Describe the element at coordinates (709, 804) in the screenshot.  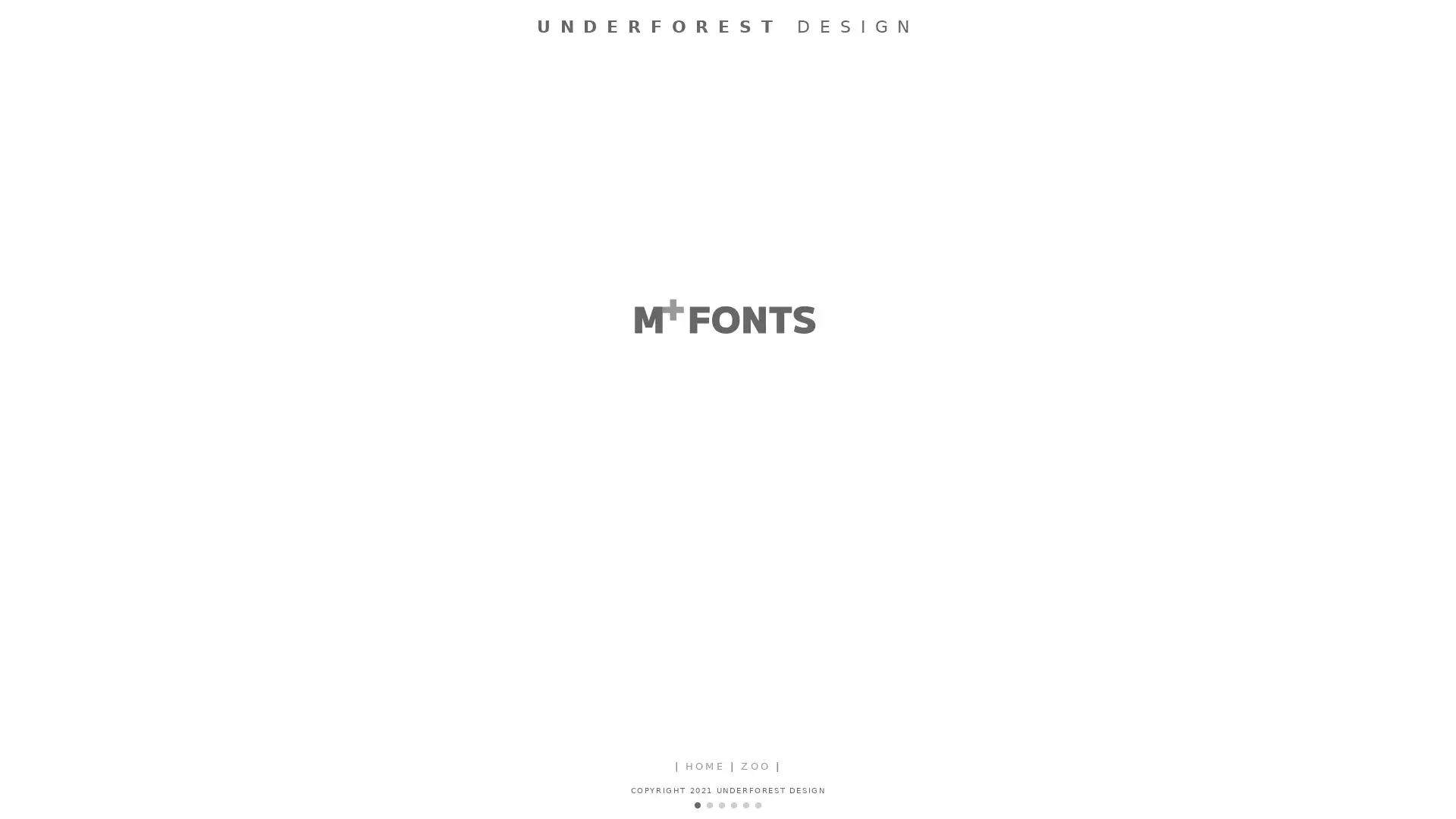
I see `Go to slide 2` at that location.